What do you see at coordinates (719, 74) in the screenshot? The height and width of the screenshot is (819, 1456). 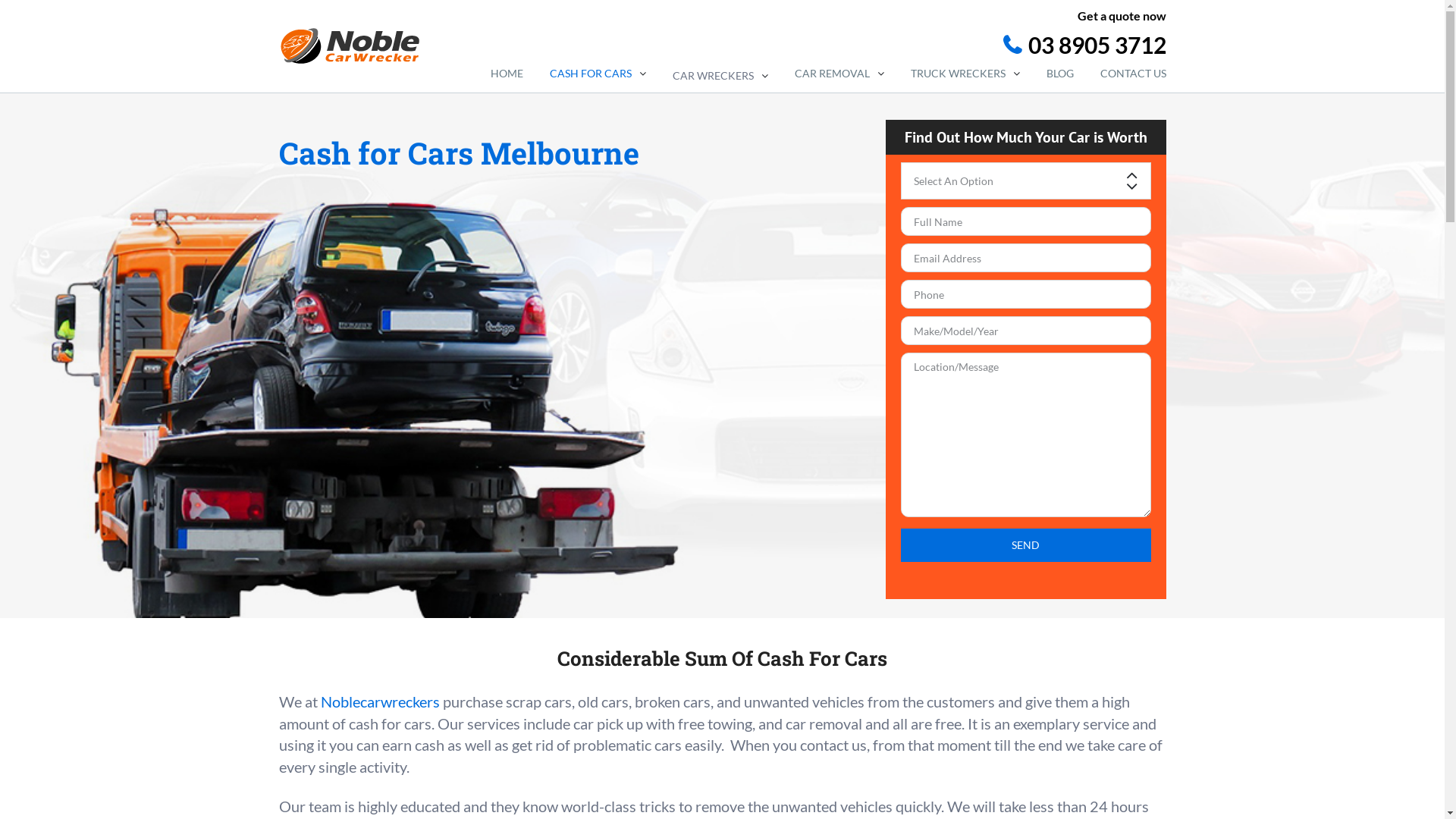 I see `'CAR WRECKERS'` at bounding box center [719, 74].